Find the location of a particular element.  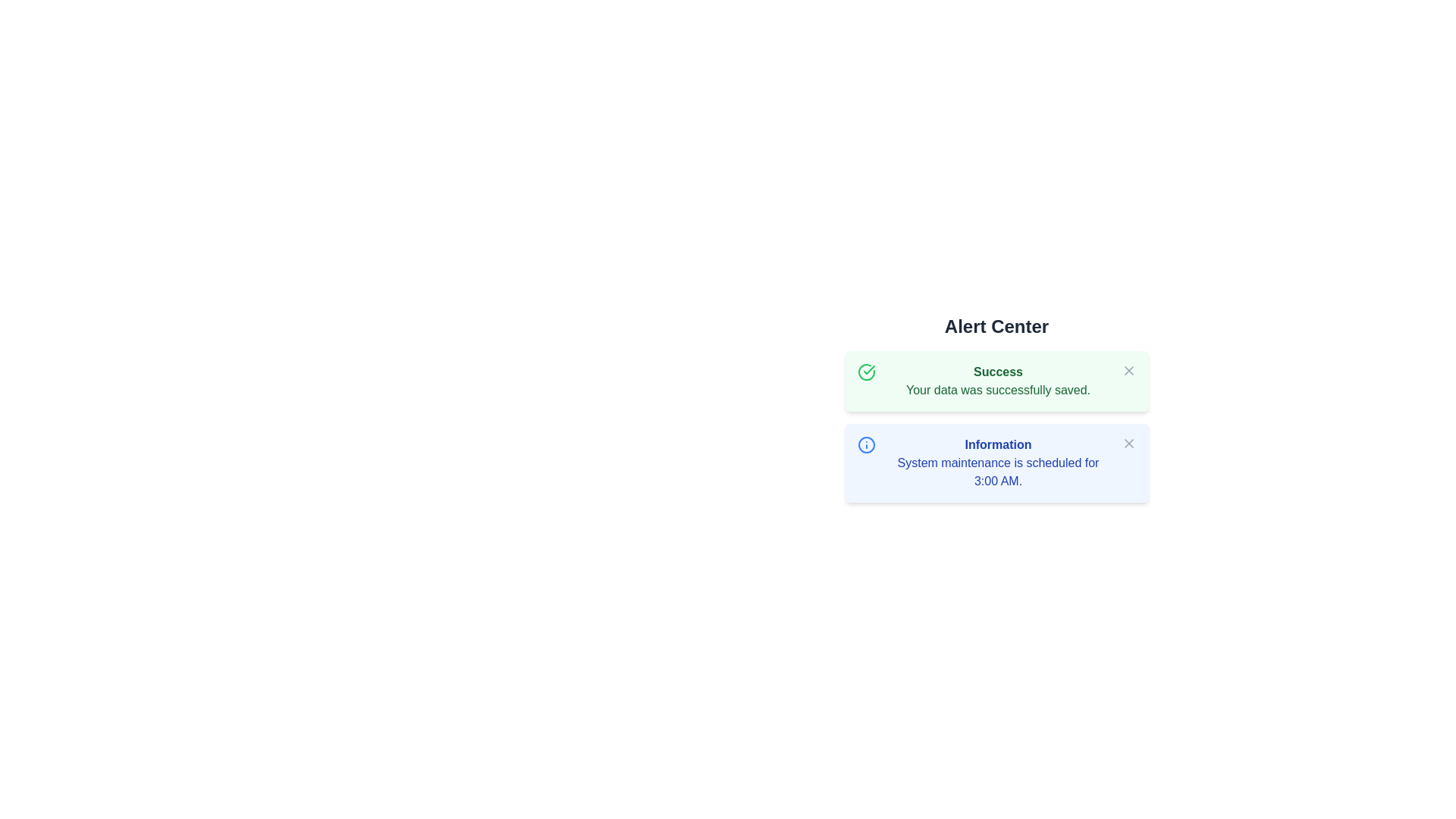

the success message Text Display in the Alert Center section, which is part of a green notification box confirming successful operation completion is located at coordinates (998, 380).